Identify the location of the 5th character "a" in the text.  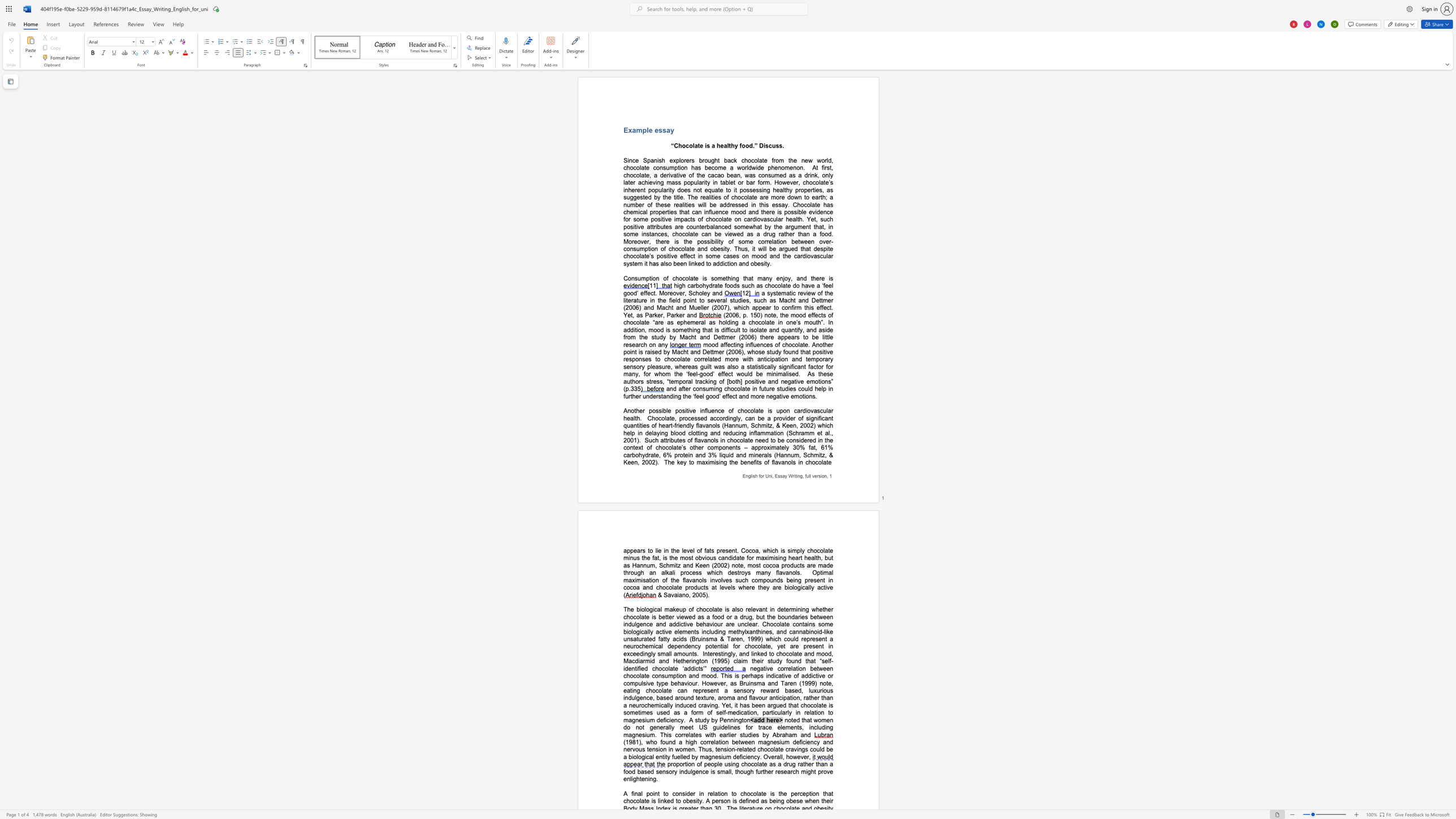
(812, 661).